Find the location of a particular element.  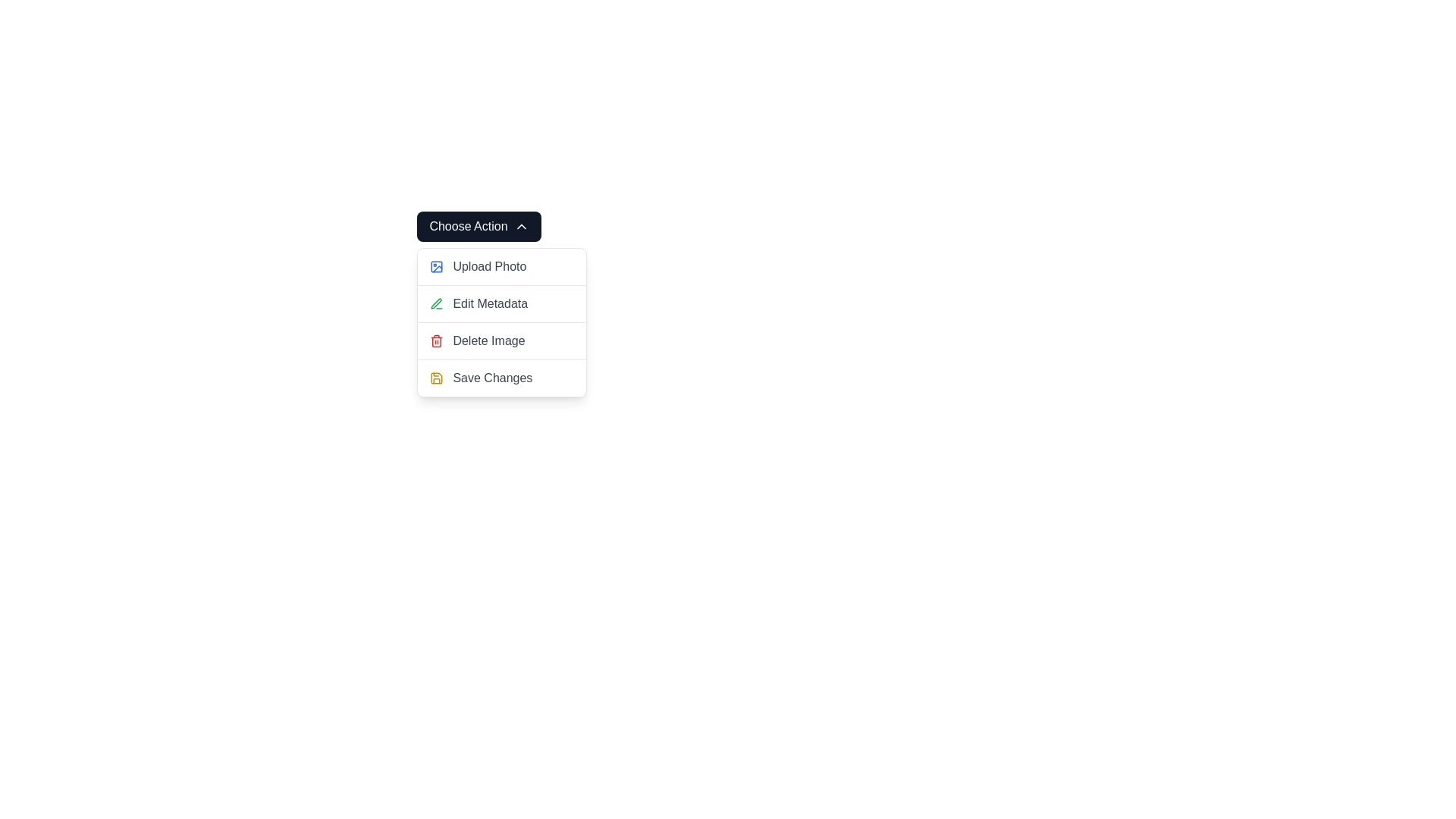

the delete image button, which is the third item in a vertical list within a dropdown menu is located at coordinates (502, 341).